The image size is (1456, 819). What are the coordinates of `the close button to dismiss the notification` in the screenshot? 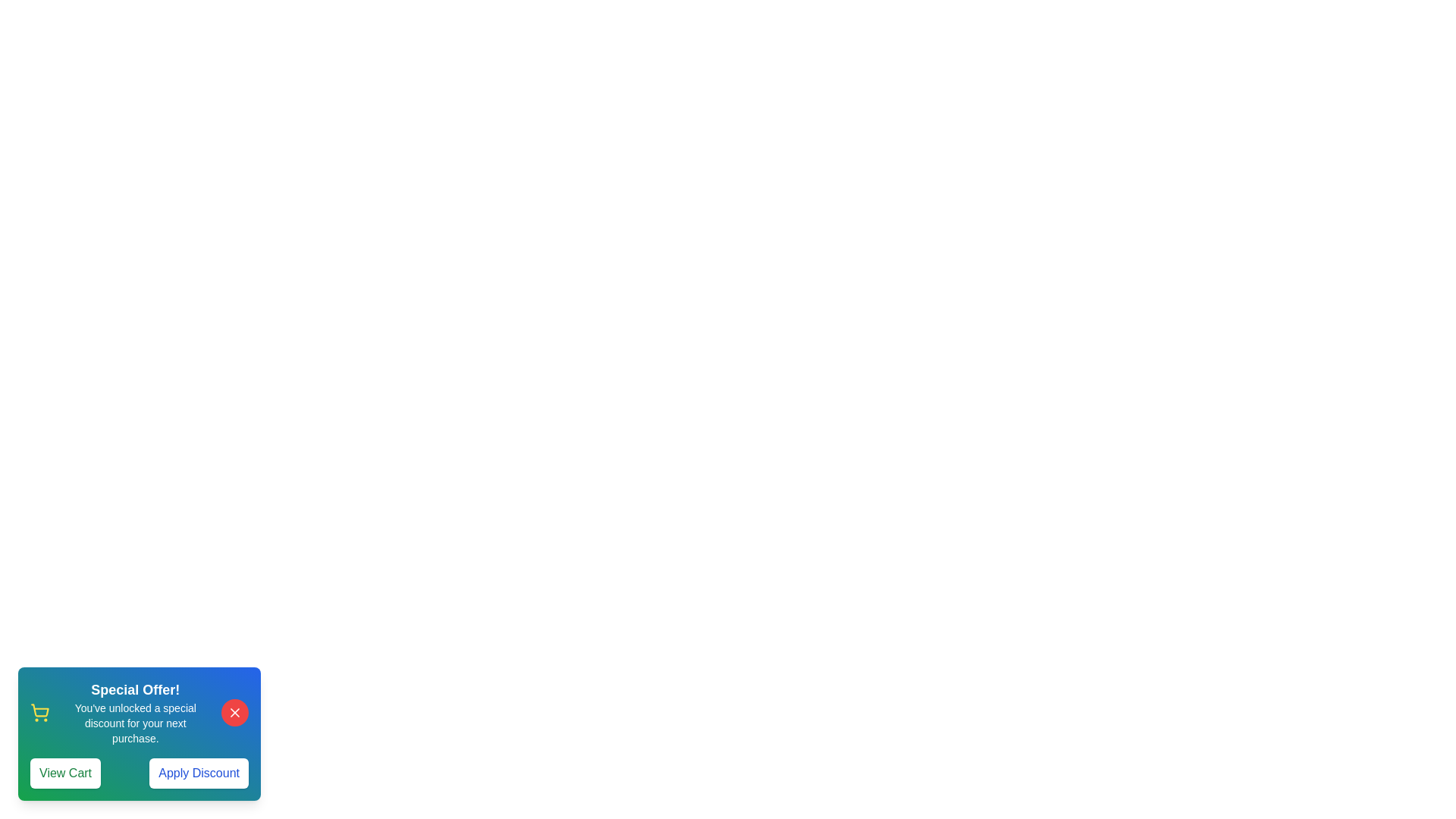 It's located at (234, 713).